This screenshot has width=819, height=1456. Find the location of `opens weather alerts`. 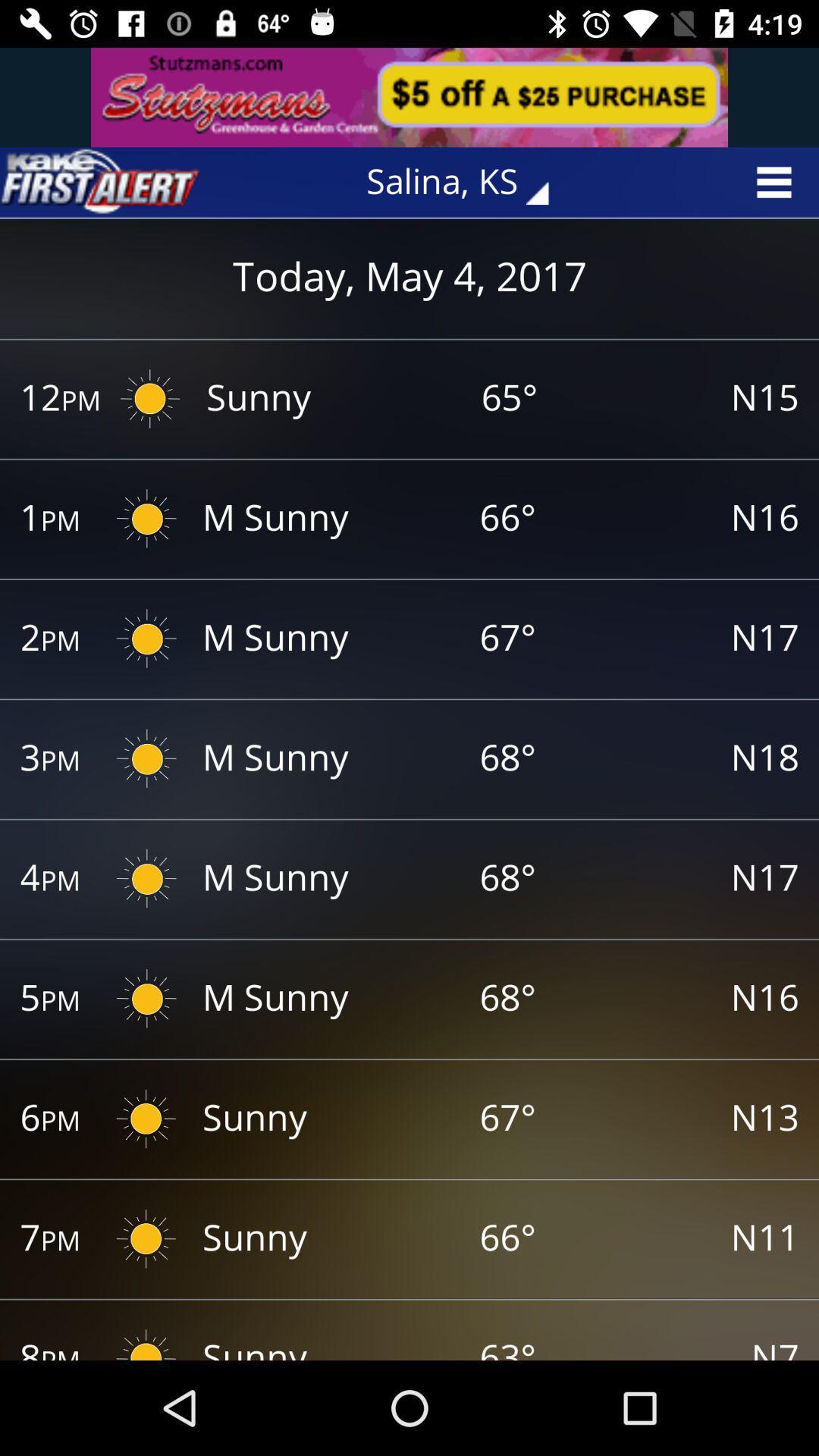

opens weather alerts is located at coordinates (99, 182).